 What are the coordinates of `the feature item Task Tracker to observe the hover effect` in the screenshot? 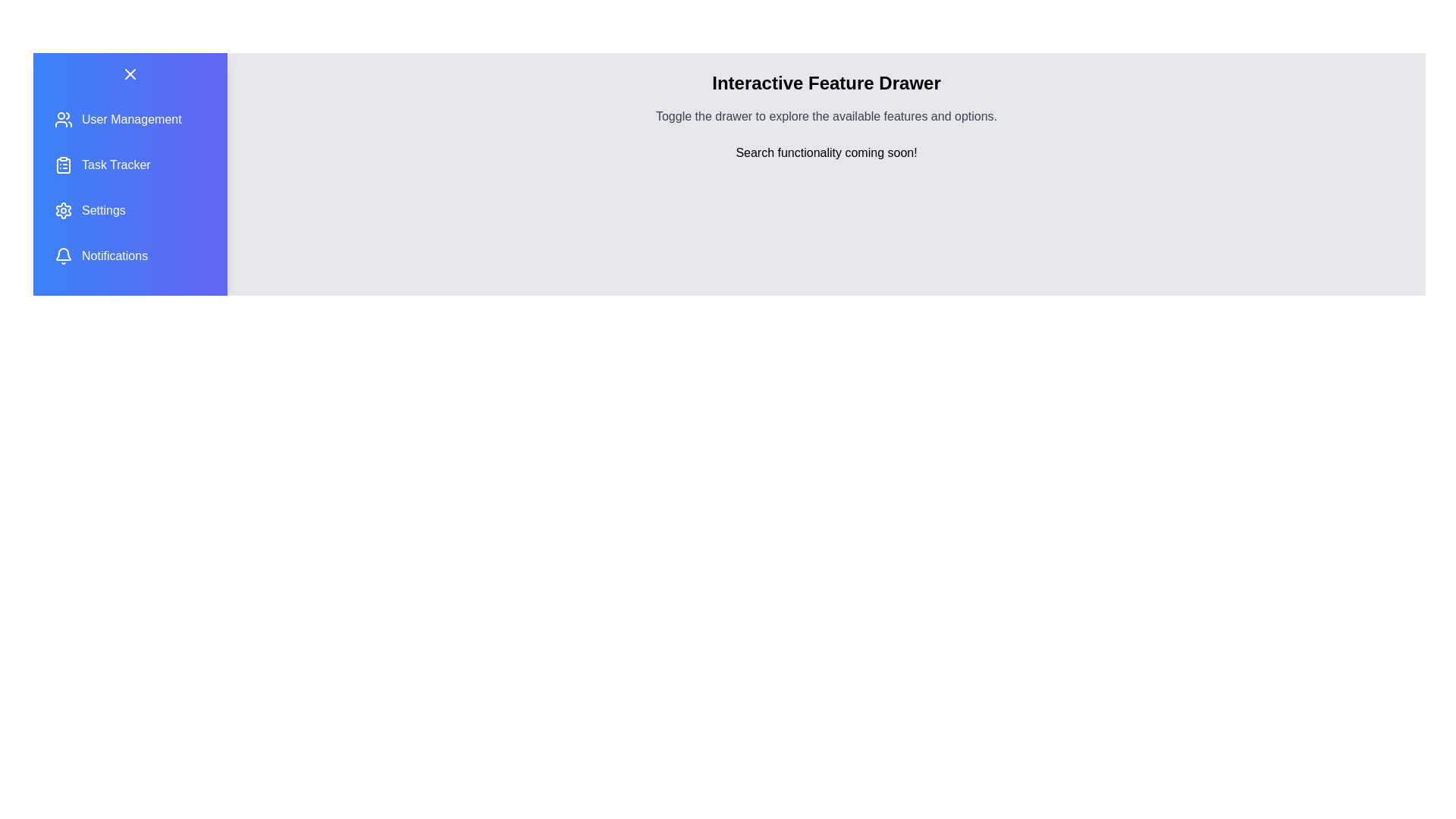 It's located at (130, 165).